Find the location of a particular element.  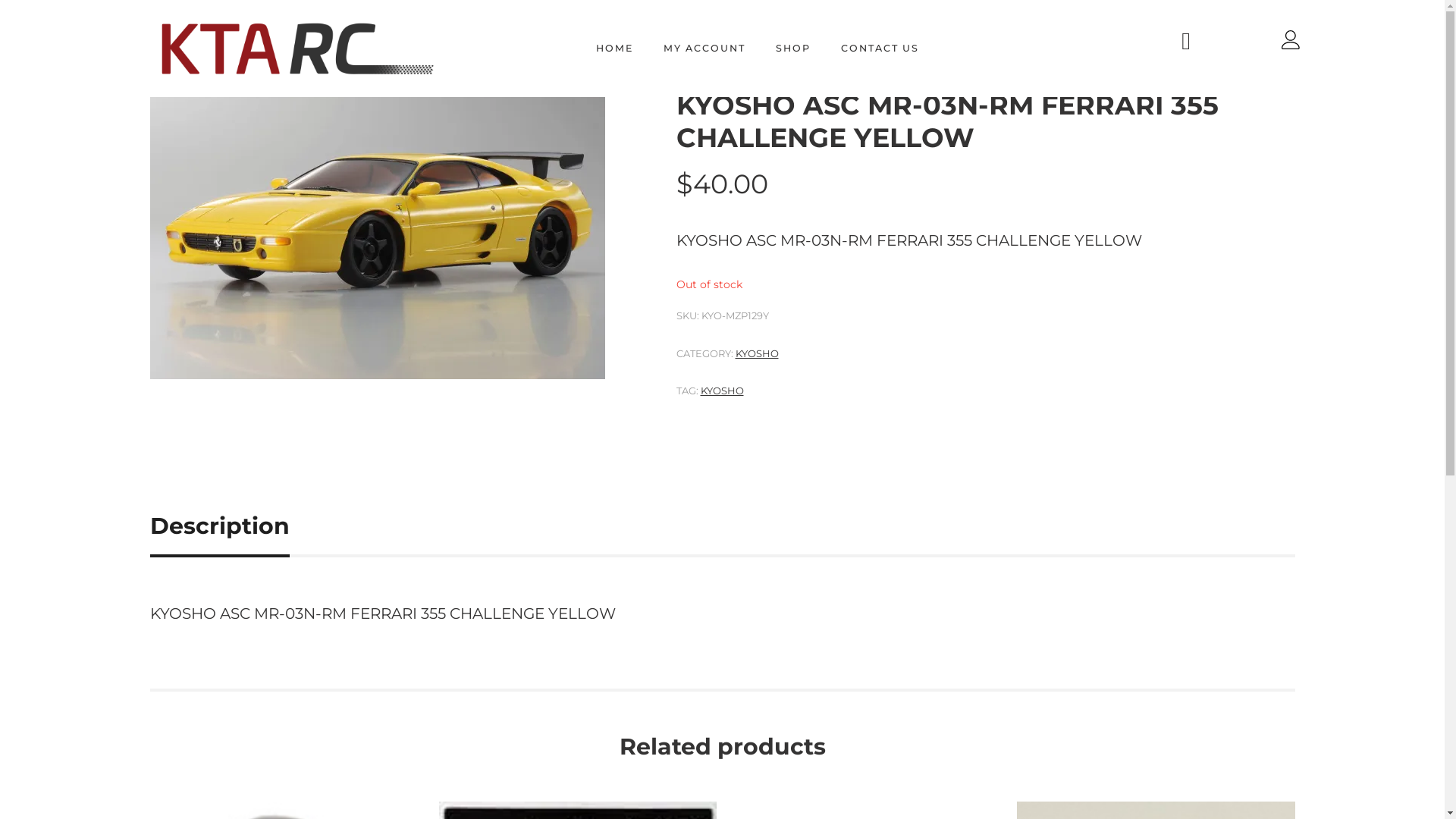

'SHOP' is located at coordinates (792, 48).